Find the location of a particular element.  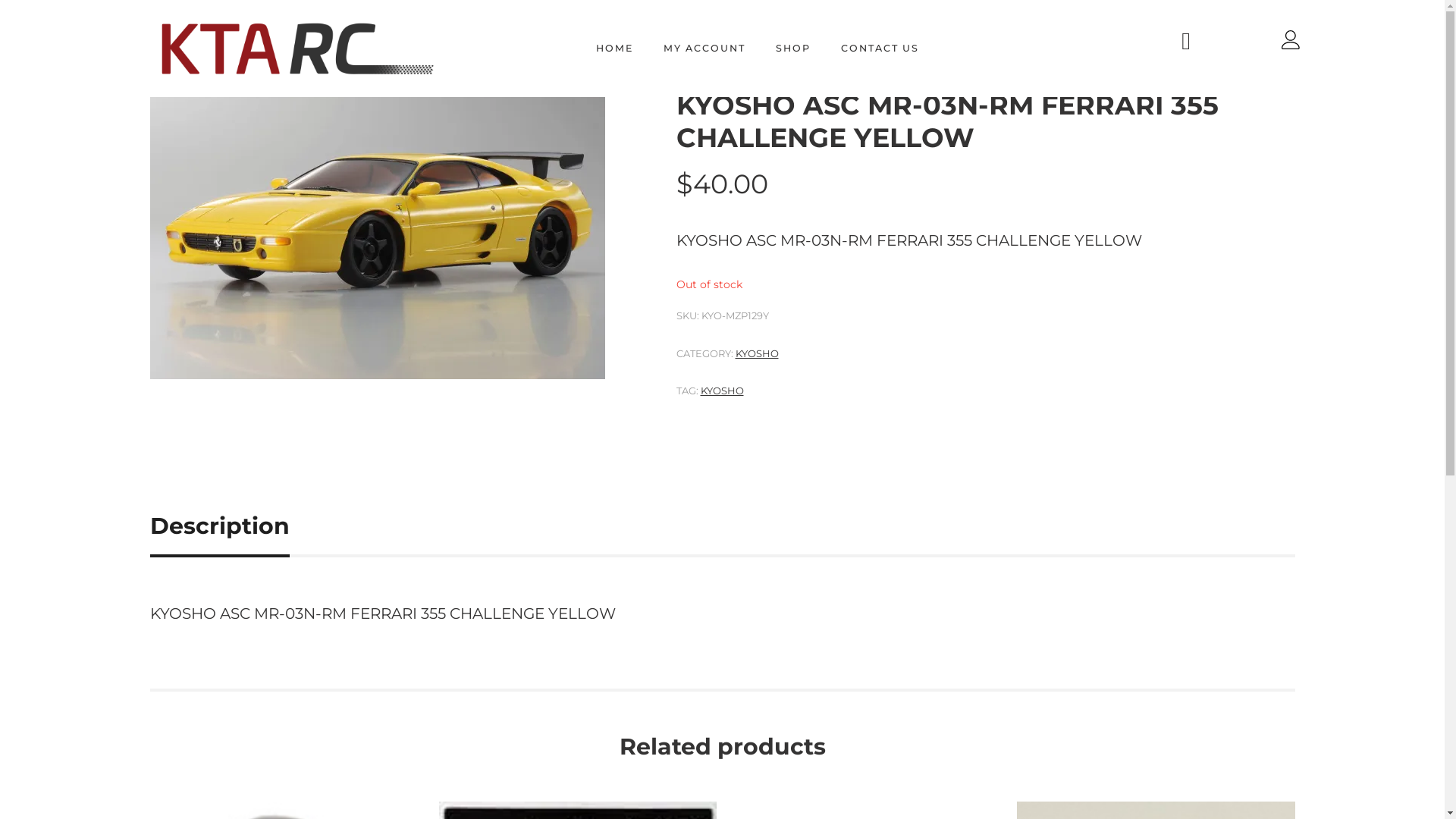

'SHOP' is located at coordinates (792, 48).